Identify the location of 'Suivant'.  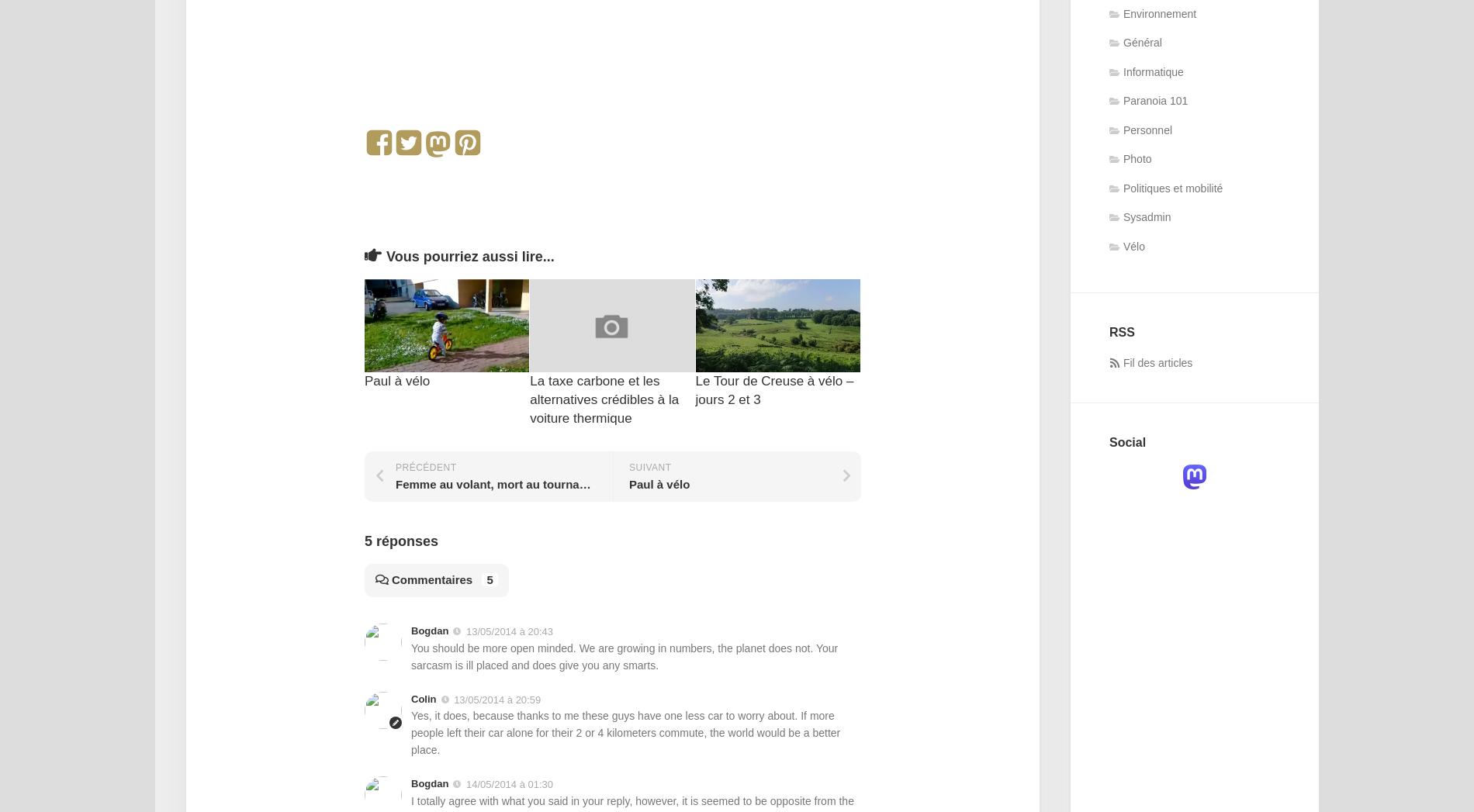
(649, 466).